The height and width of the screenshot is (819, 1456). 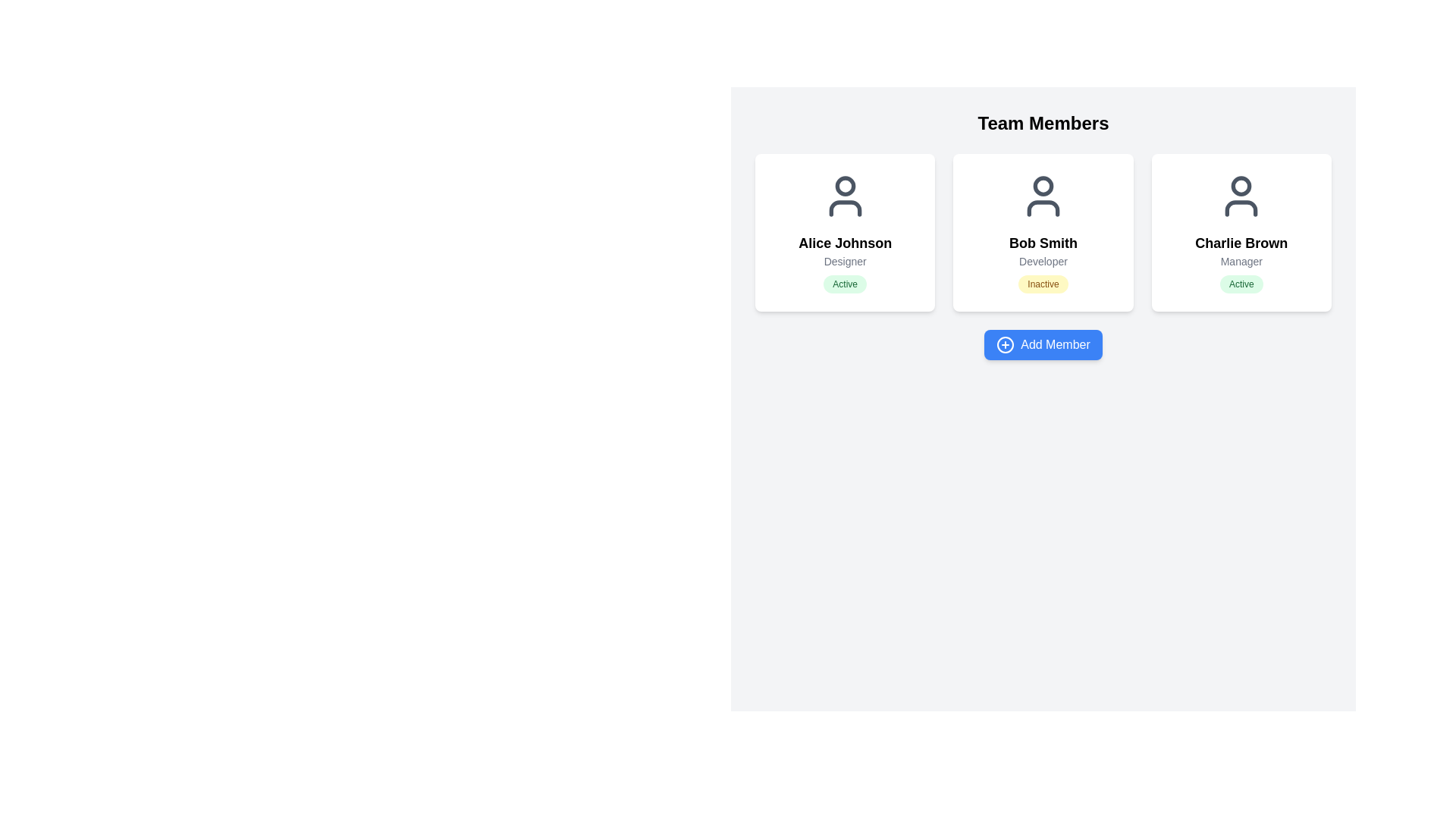 What do you see at coordinates (1043, 260) in the screenshot?
I see `the Text Label indicating the job title or role associated with 'Bob Smith', which is positioned below the 'Bob Smith' label and above the 'Inactive' label` at bounding box center [1043, 260].